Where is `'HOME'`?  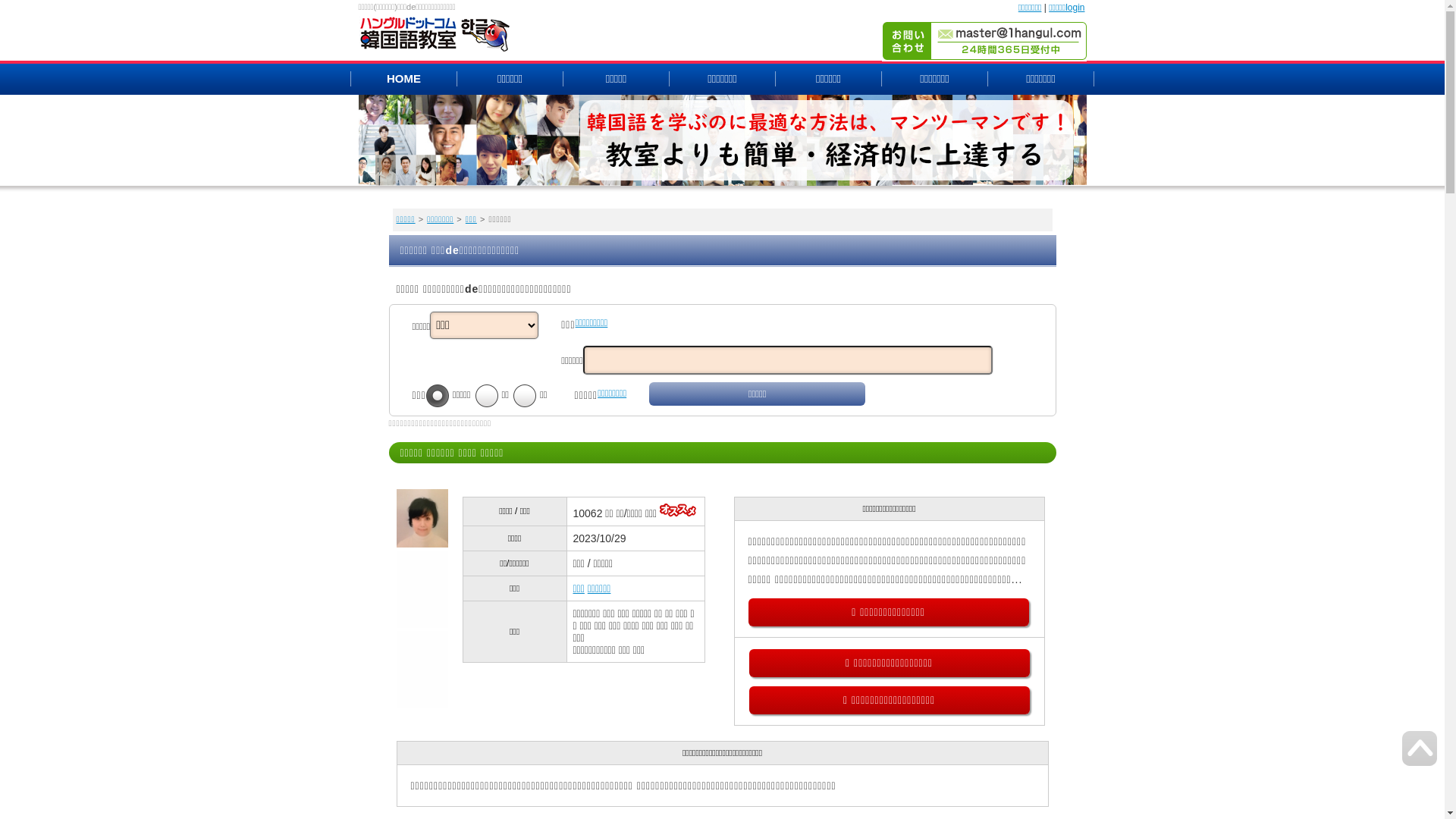
'HOME' is located at coordinates (350, 77).